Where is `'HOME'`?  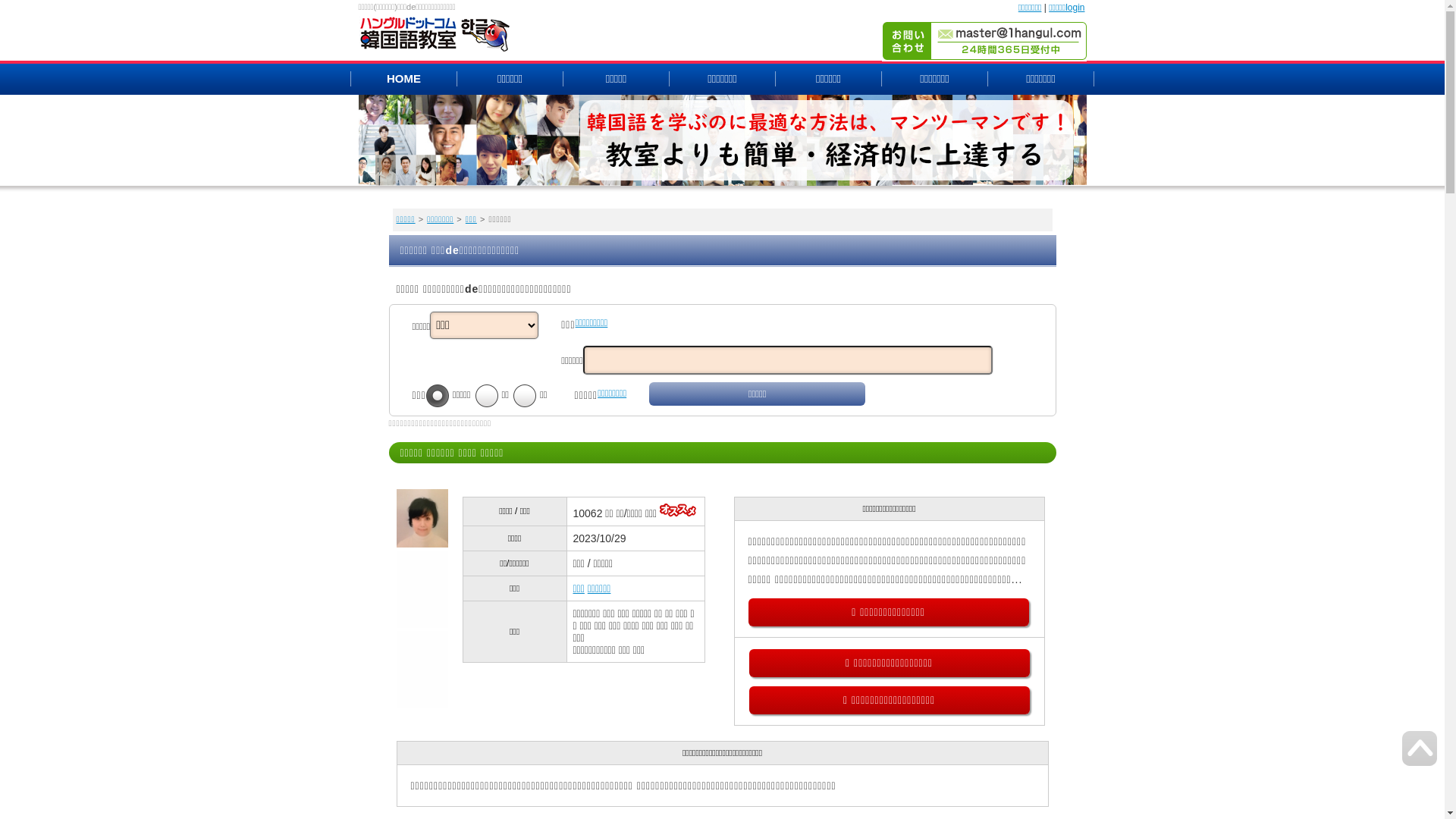
'HOME' is located at coordinates (350, 77).